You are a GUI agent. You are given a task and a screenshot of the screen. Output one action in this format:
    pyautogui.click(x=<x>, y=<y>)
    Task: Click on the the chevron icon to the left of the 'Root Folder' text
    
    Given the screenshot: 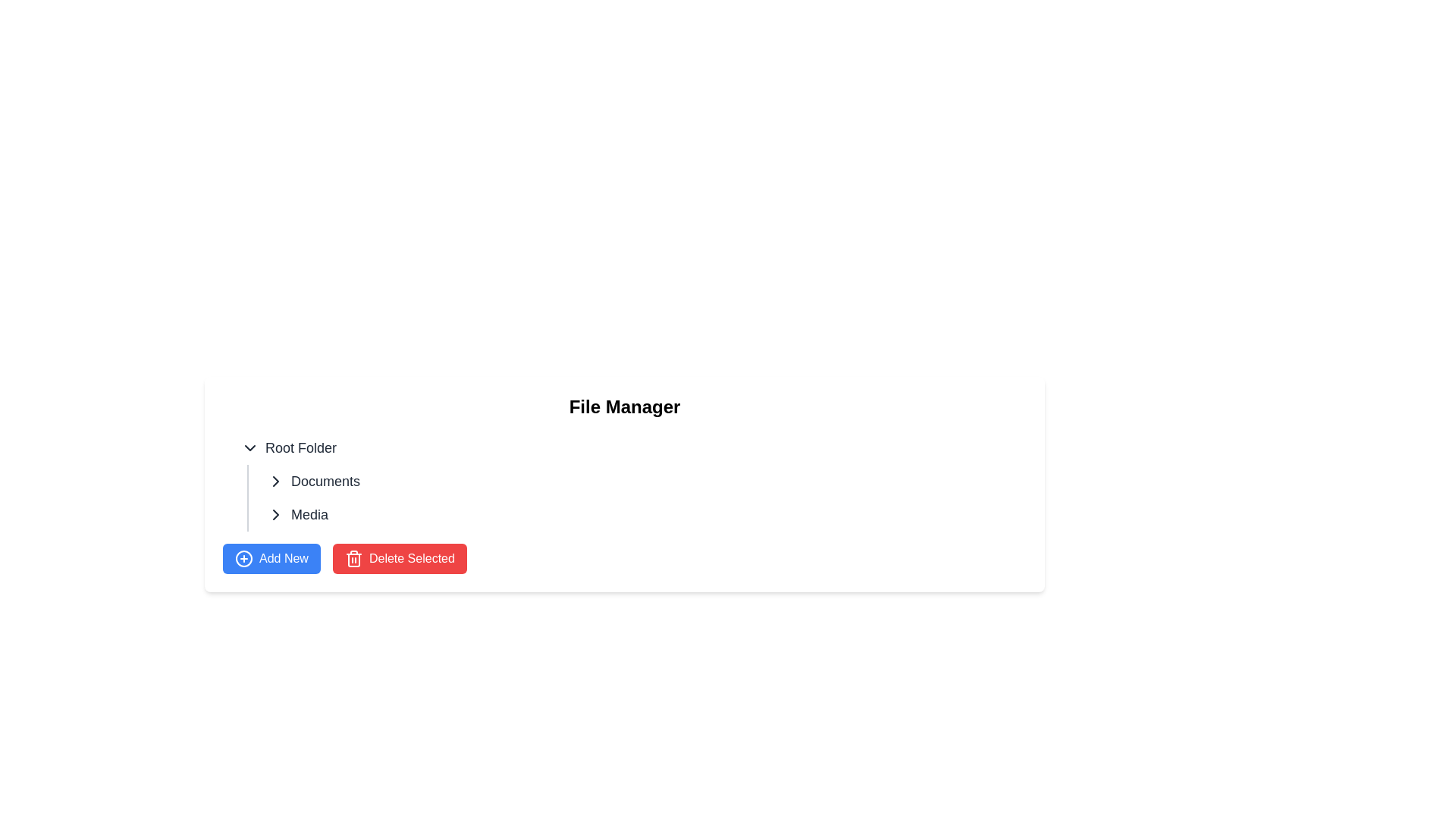 What is the action you would take?
    pyautogui.click(x=250, y=447)
    